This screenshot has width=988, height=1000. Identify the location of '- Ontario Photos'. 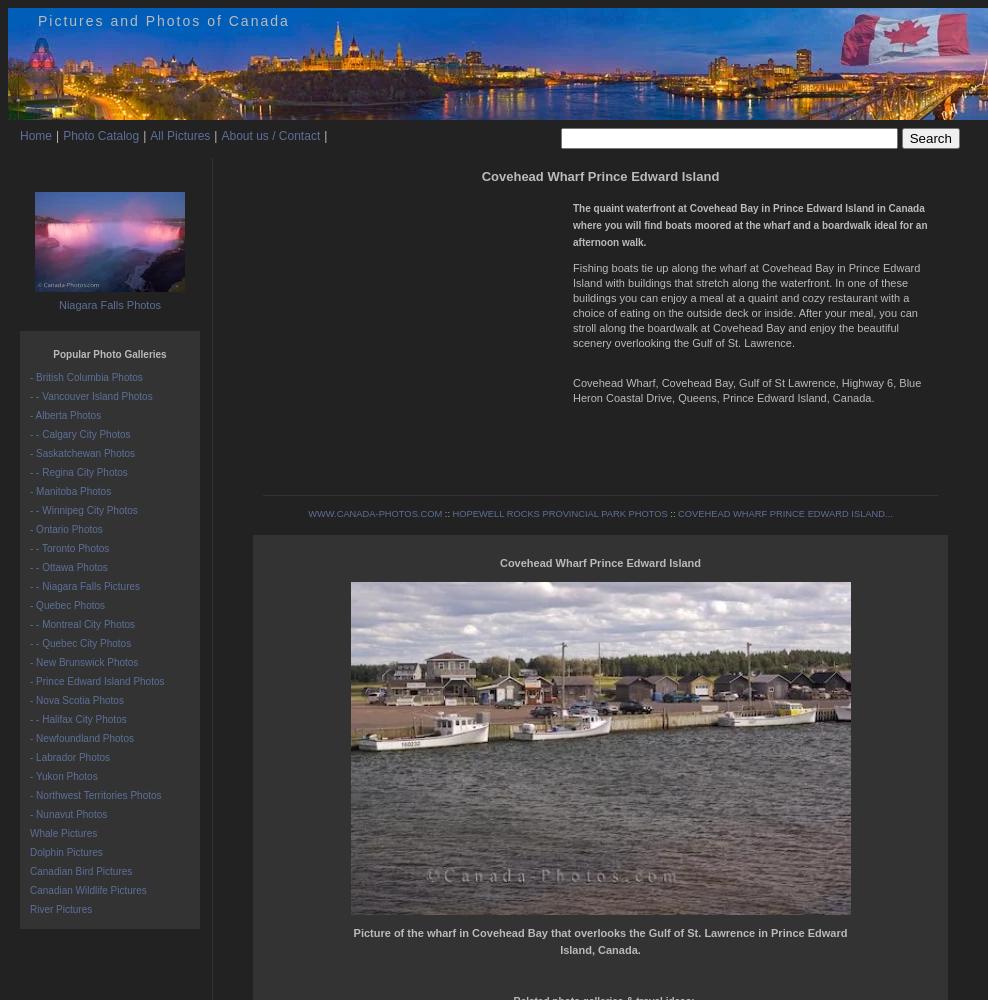
(65, 529).